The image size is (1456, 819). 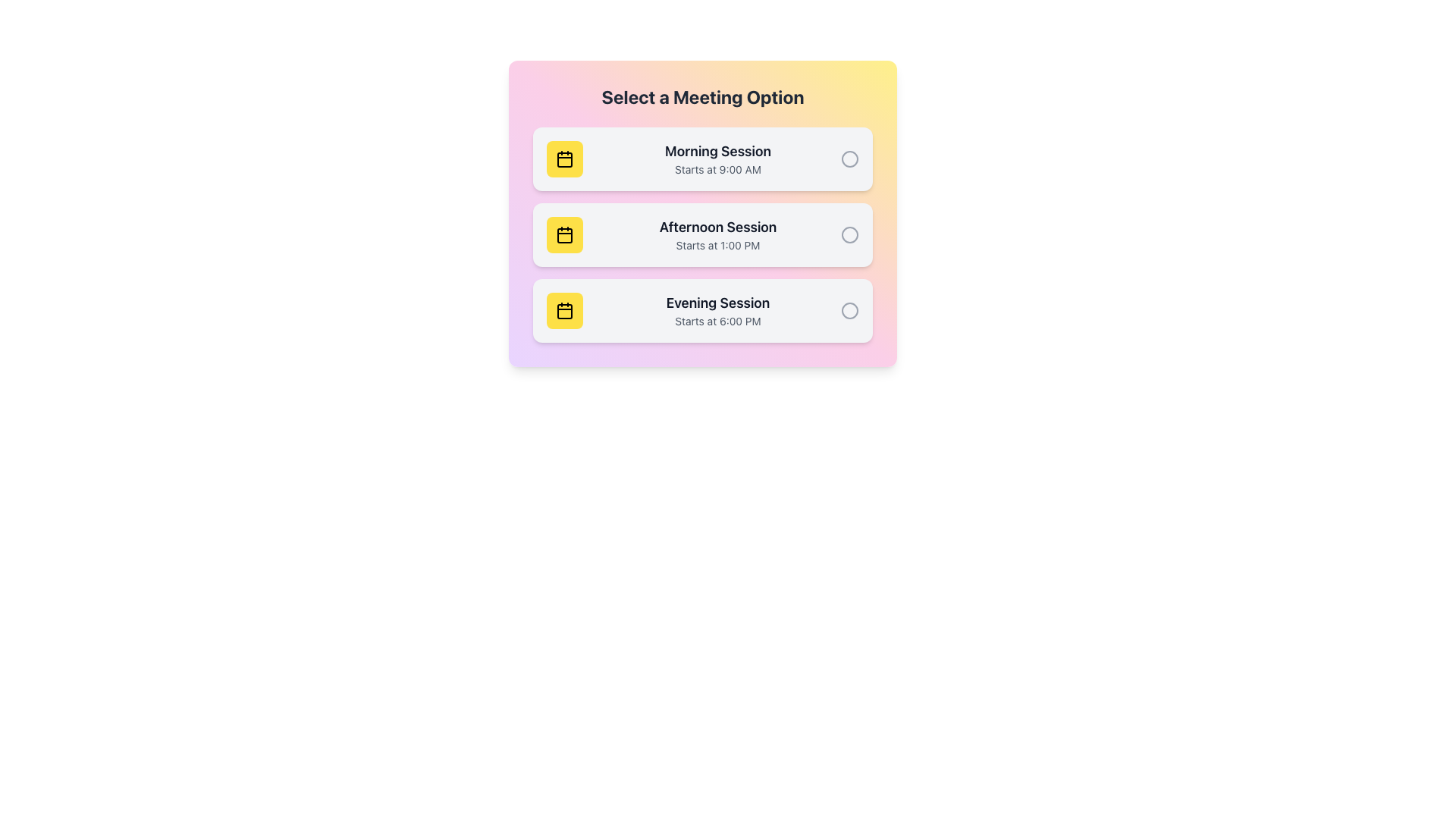 What do you see at coordinates (717, 234) in the screenshot?
I see `the Text Display element showing 'Afternoon Session' and 'Starts at 1:00 PM', positioned under 'Select a Meeting Option'` at bounding box center [717, 234].